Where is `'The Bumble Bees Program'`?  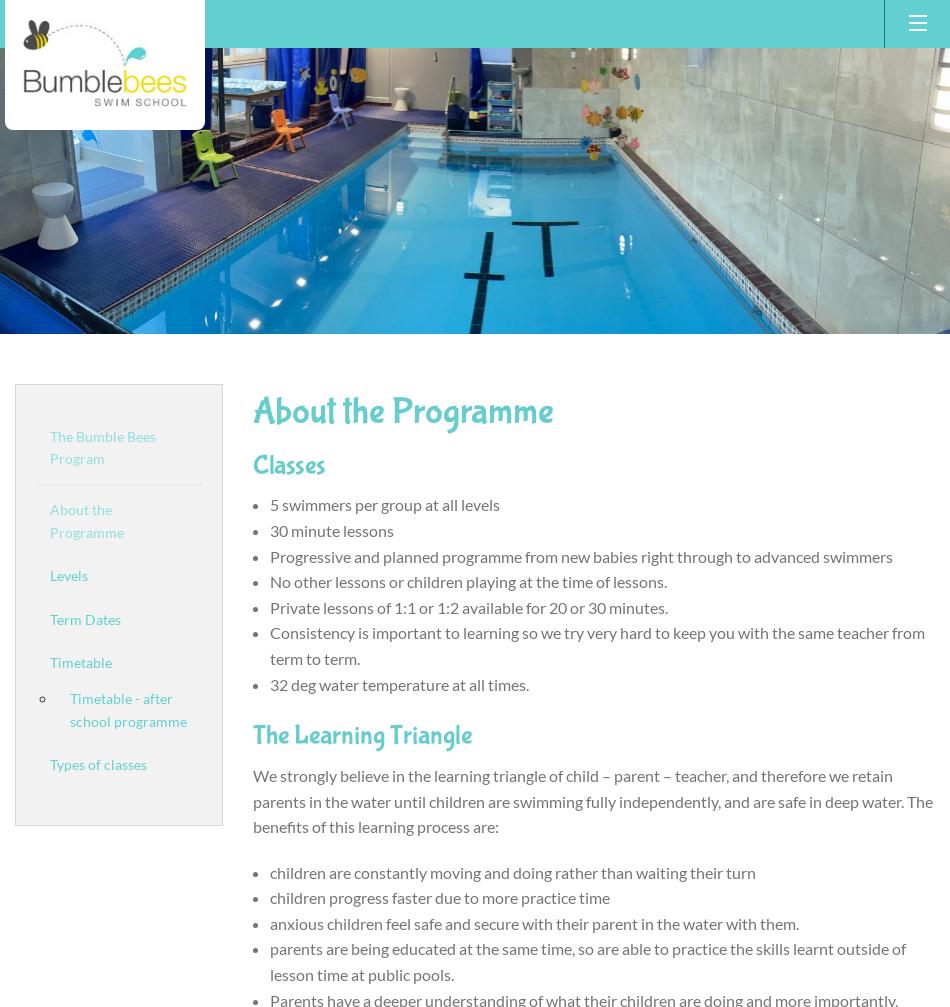 'The Bumble Bees Program' is located at coordinates (102, 446).